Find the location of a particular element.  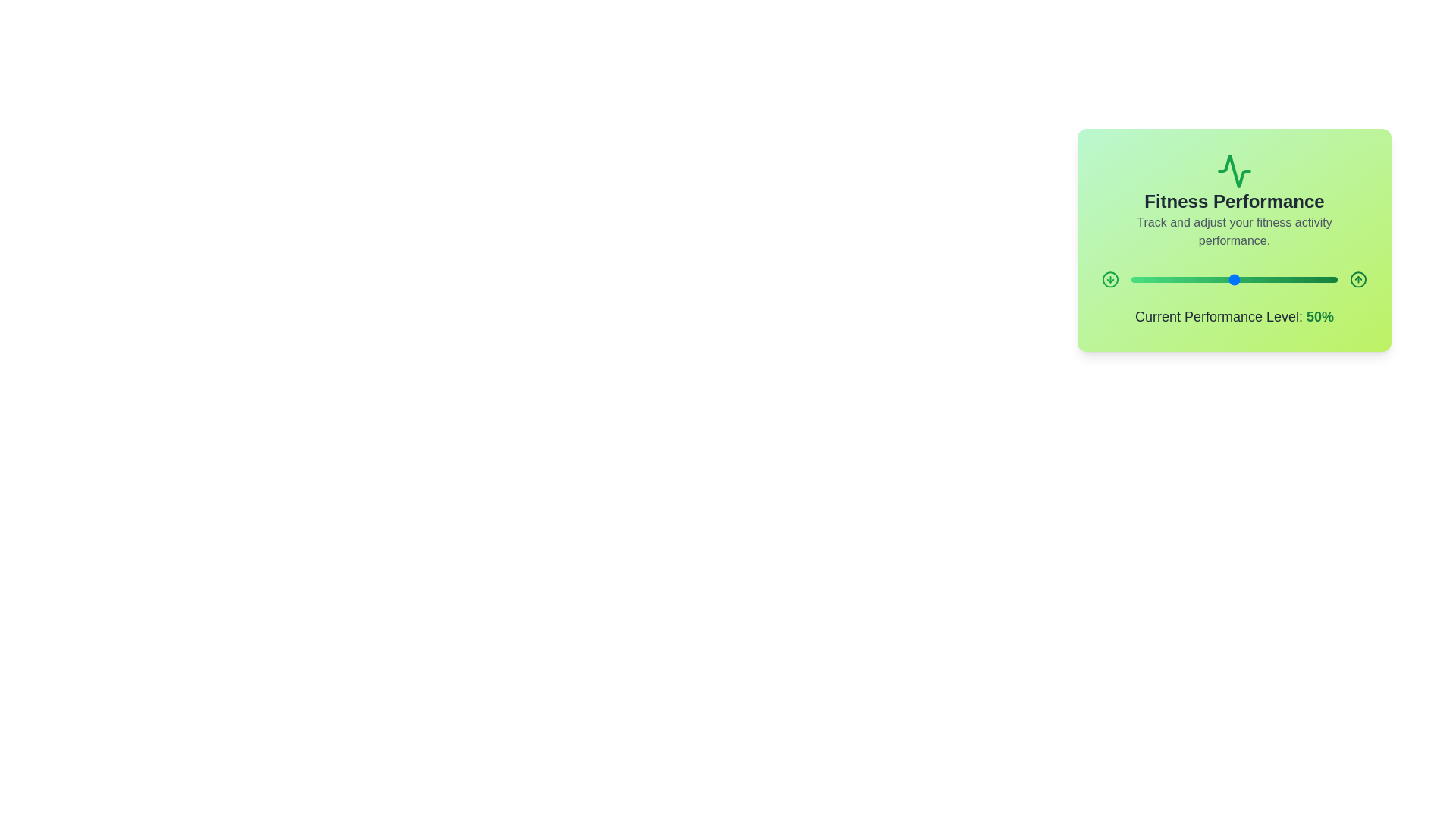

the slider to set the performance level to 97% is located at coordinates (1330, 280).